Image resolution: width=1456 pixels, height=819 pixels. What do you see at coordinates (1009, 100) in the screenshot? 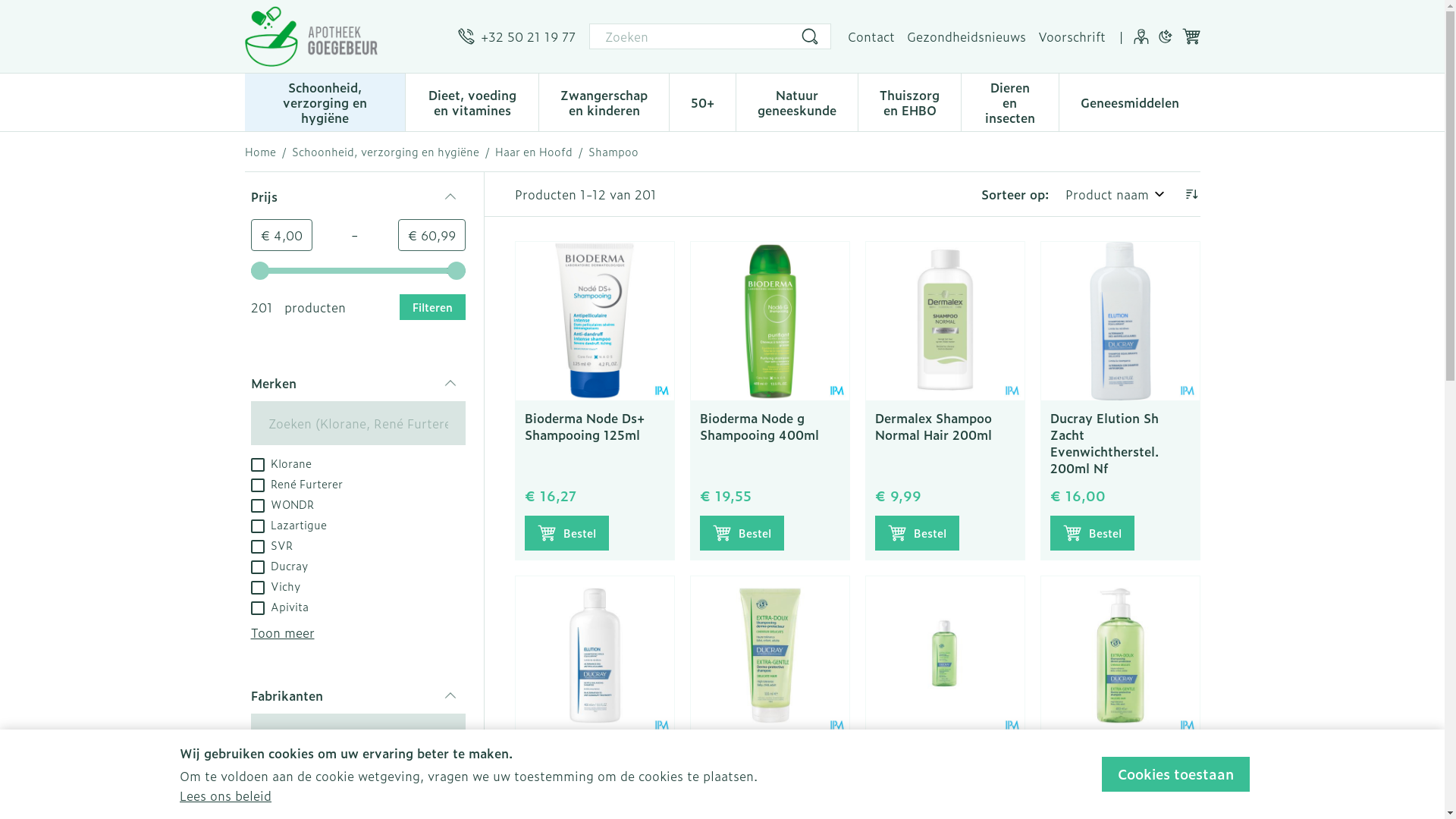
I see `'Dieren en insecten'` at bounding box center [1009, 100].